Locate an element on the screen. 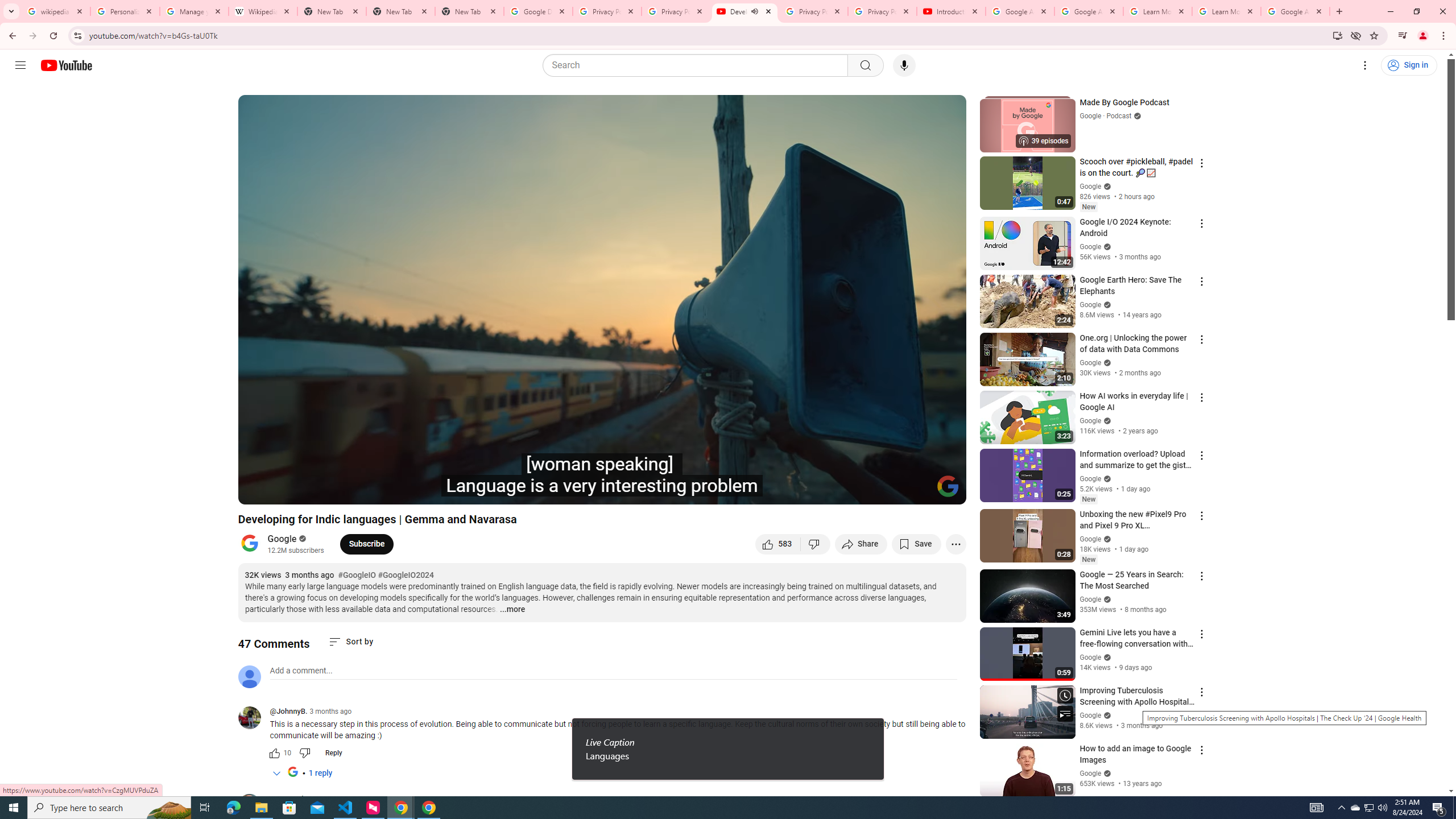  '...more' is located at coordinates (512, 610).